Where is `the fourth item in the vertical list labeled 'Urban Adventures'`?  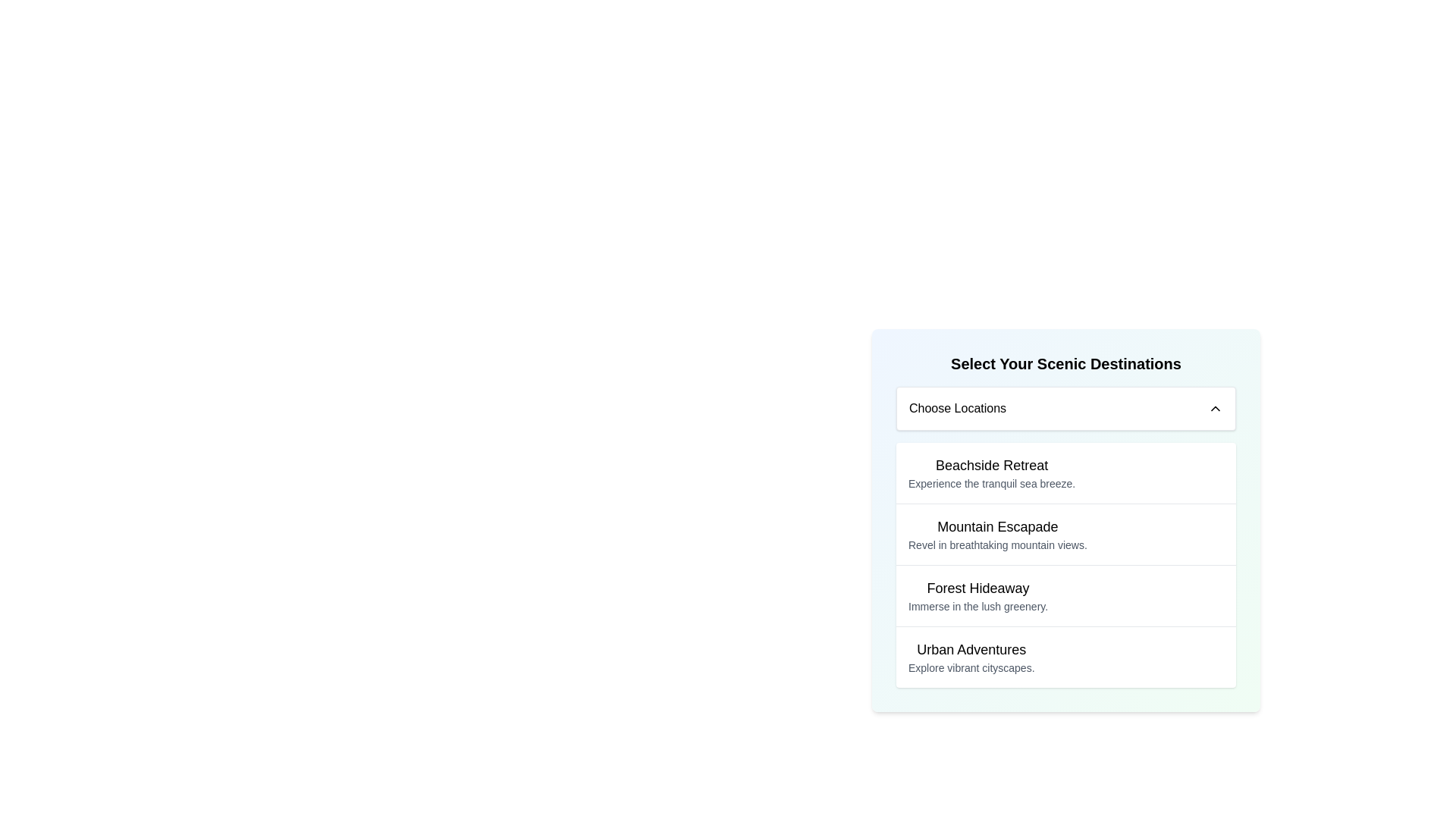
the fourth item in the vertical list labeled 'Urban Adventures' is located at coordinates (1065, 656).